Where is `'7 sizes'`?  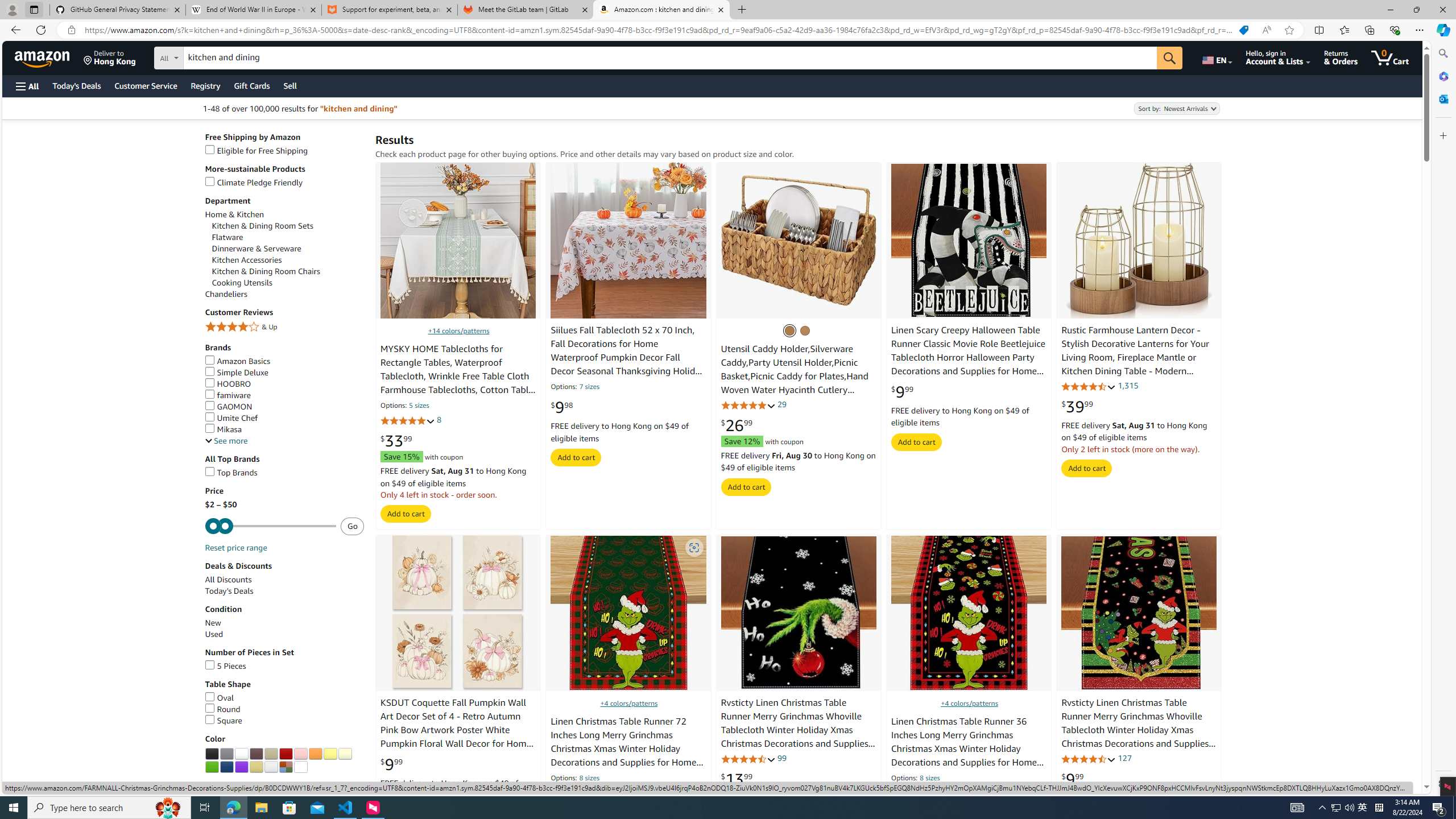
'7 sizes' is located at coordinates (589, 387).